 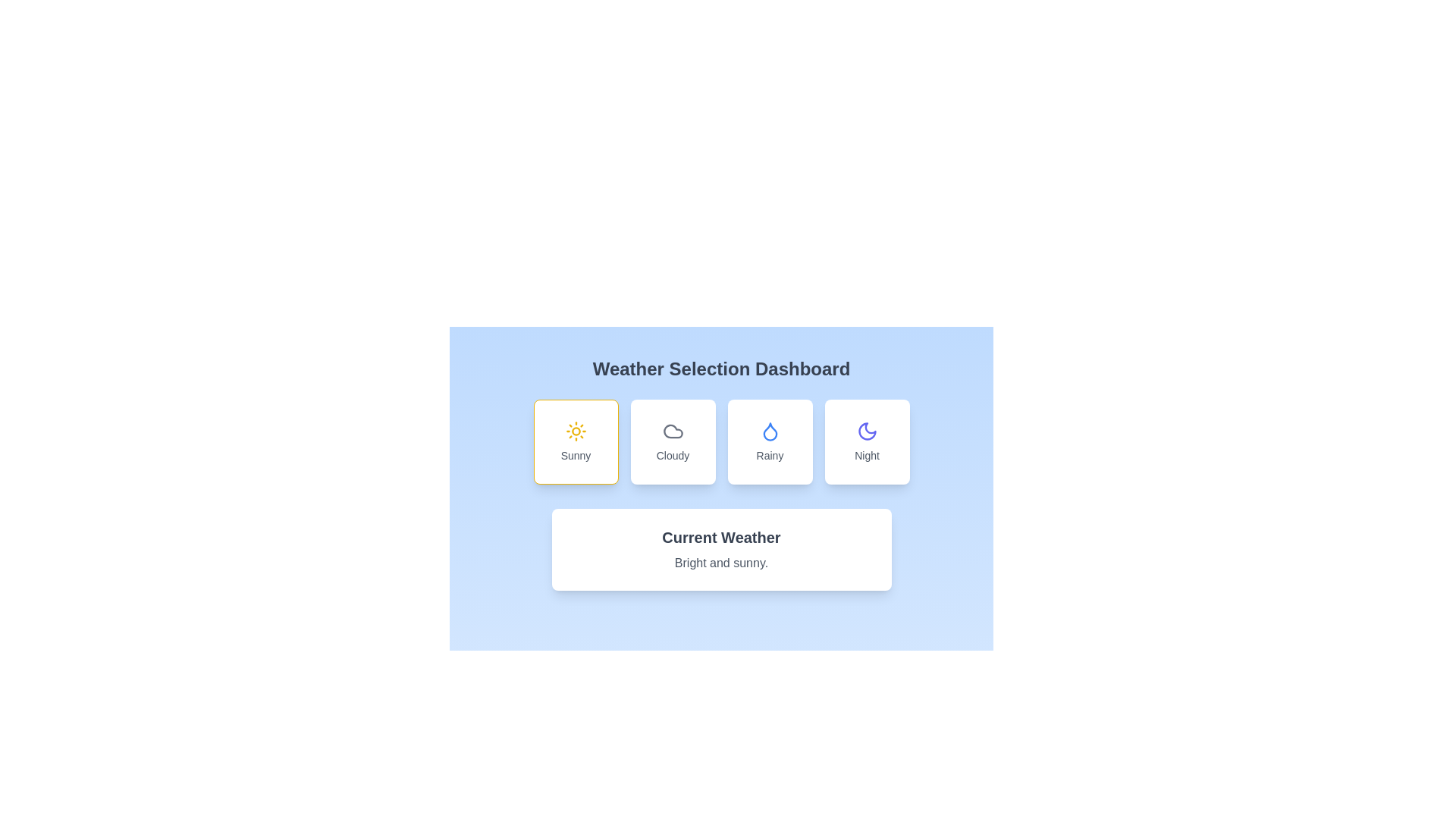 I want to click on the 'Cloudy' weather icon, which is visually represented in a square card with a white background and gray text, located centrally within the second option from the left among four weather options, so click(x=672, y=431).